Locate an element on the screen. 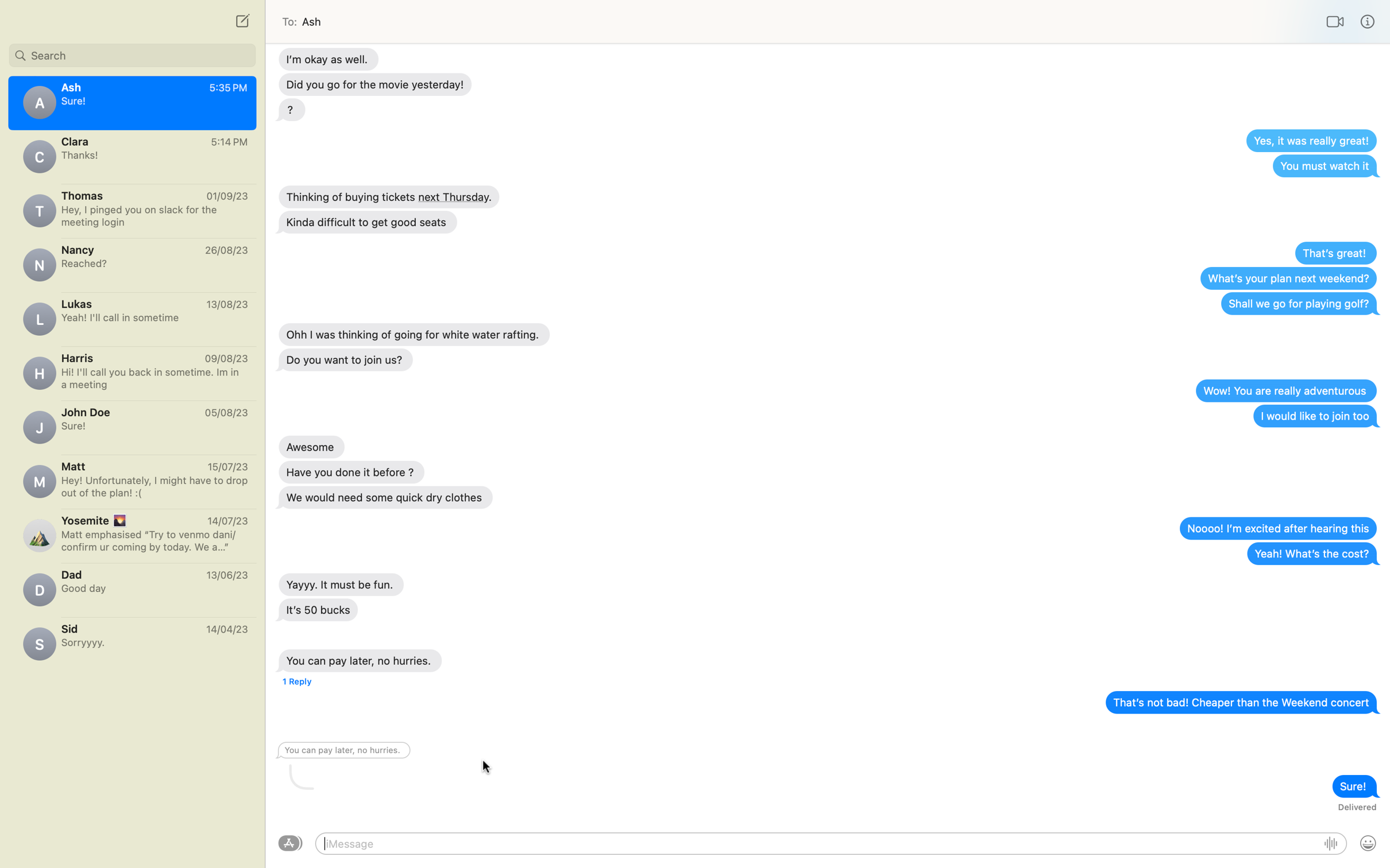  Activate the "Next weekend plan" option is located at coordinates (1287, 277).